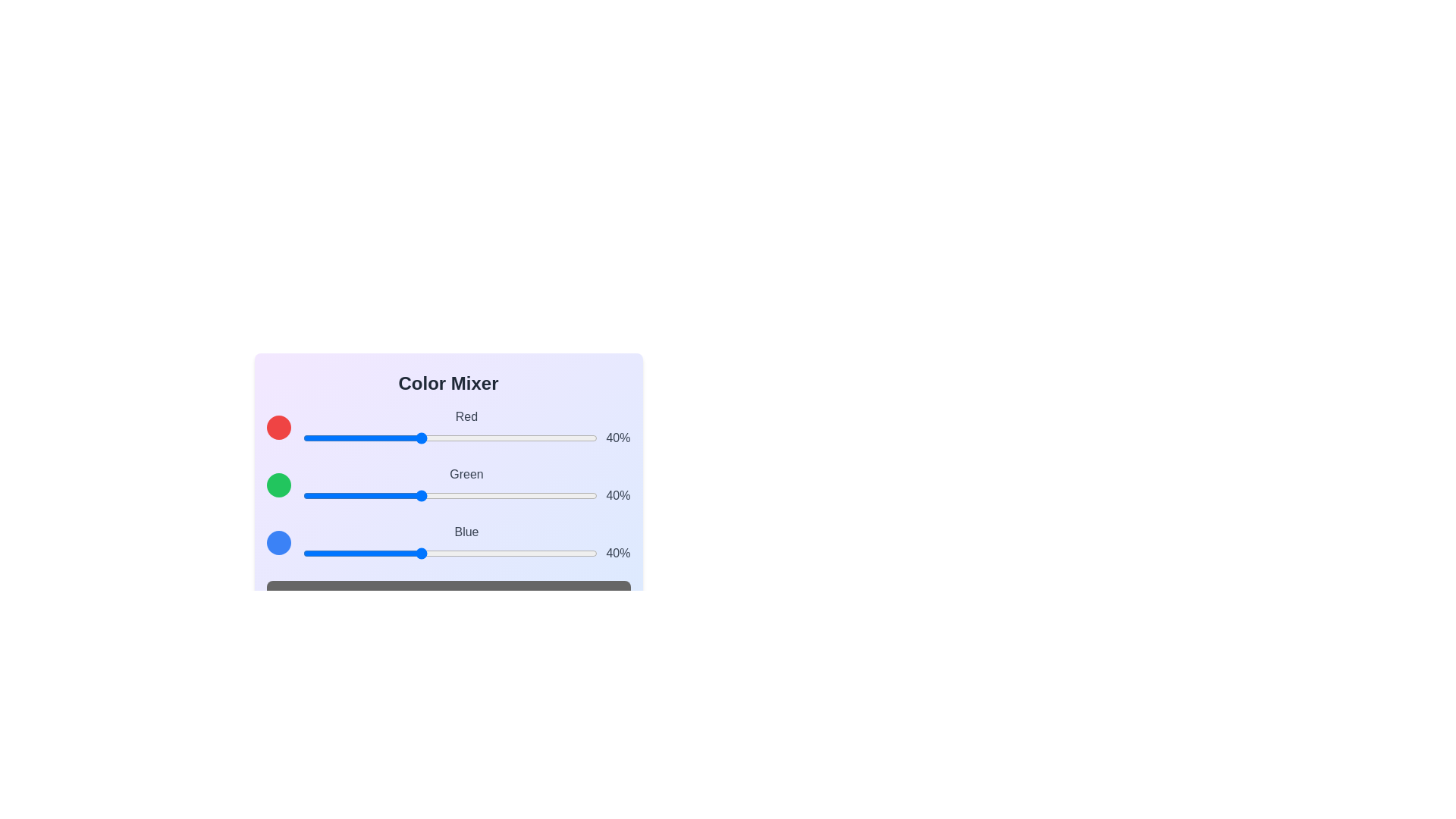 Image resolution: width=1456 pixels, height=819 pixels. I want to click on the red color slider to 40%, so click(420, 438).